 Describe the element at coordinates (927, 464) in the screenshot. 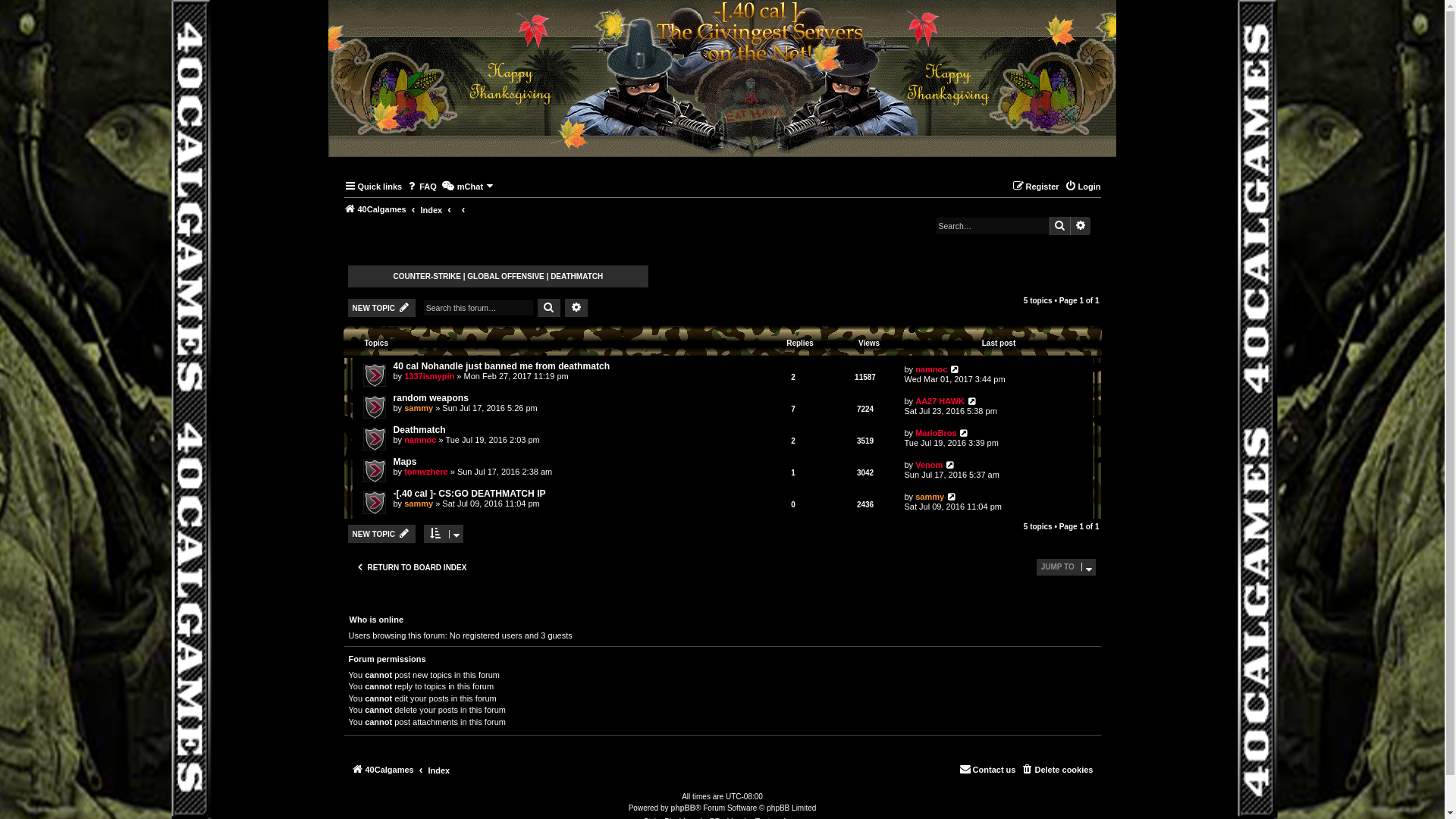

I see `'Venom'` at that location.